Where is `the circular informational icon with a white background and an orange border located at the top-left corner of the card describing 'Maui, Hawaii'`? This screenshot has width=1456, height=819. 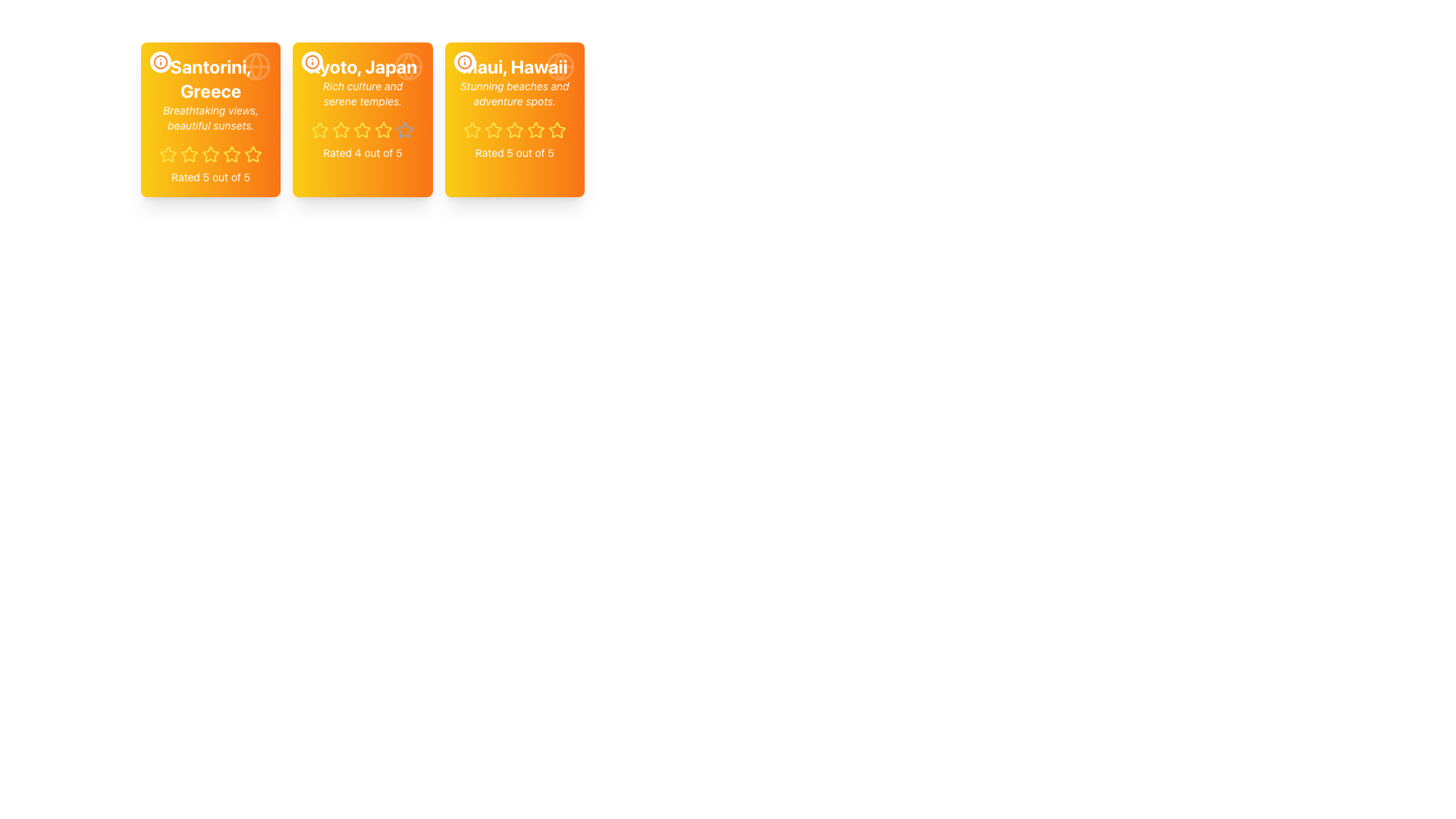
the circular informational icon with a white background and an orange border located at the top-left corner of the card describing 'Maui, Hawaii' is located at coordinates (463, 61).